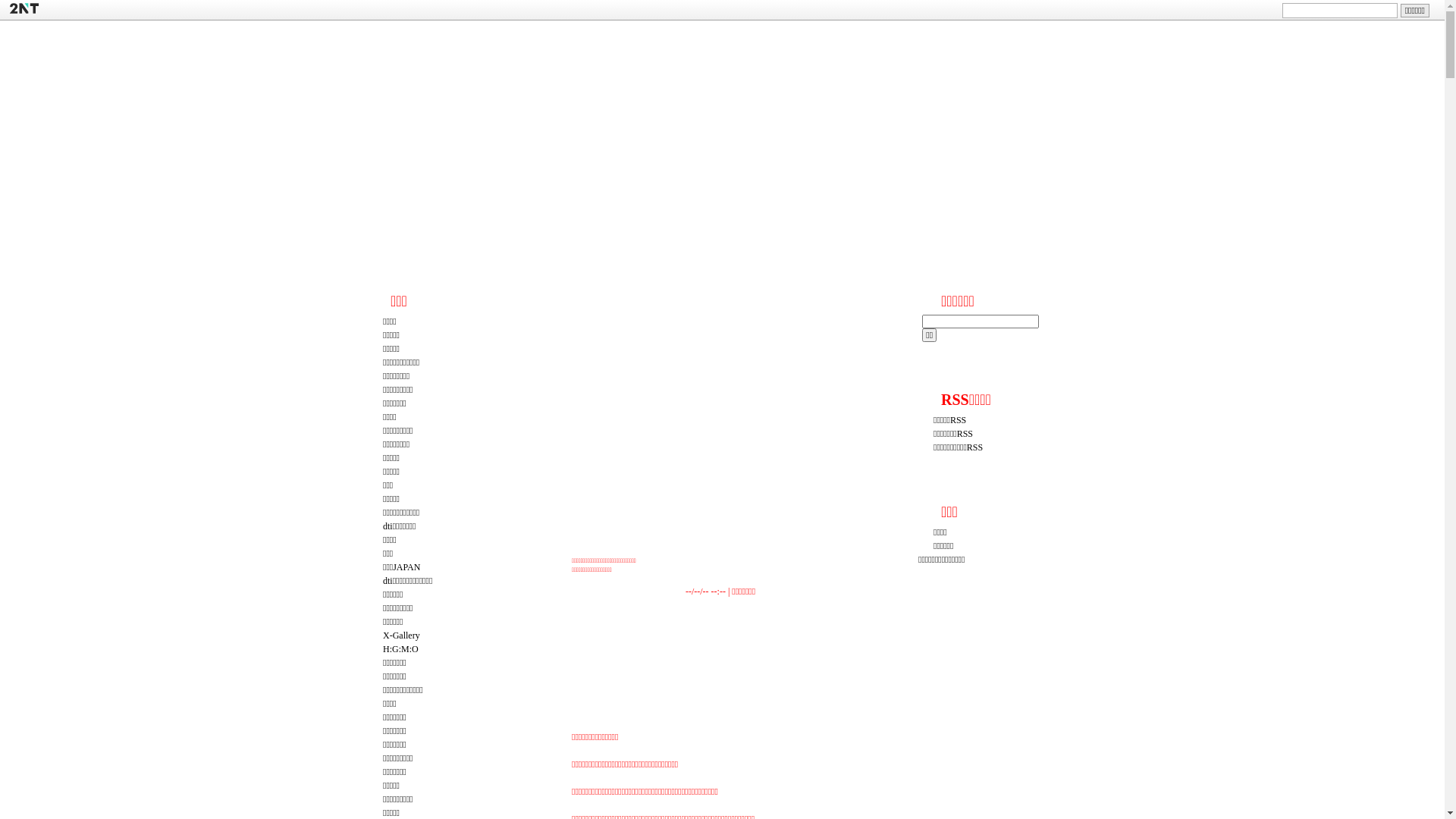 Image resolution: width=1456 pixels, height=819 pixels. I want to click on 'H:G:M:O', so click(400, 648).